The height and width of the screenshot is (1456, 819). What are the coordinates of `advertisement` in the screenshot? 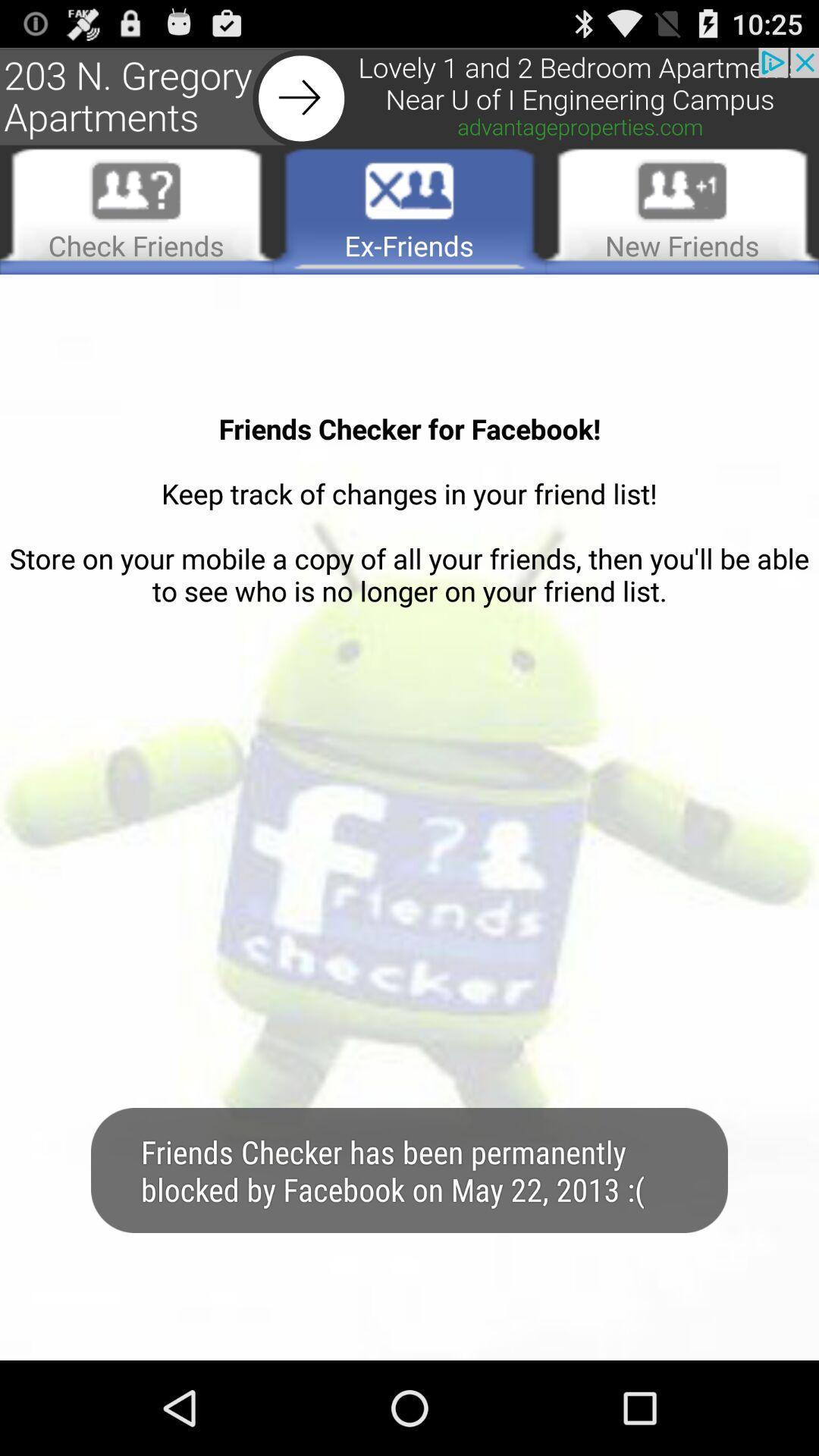 It's located at (409, 96).